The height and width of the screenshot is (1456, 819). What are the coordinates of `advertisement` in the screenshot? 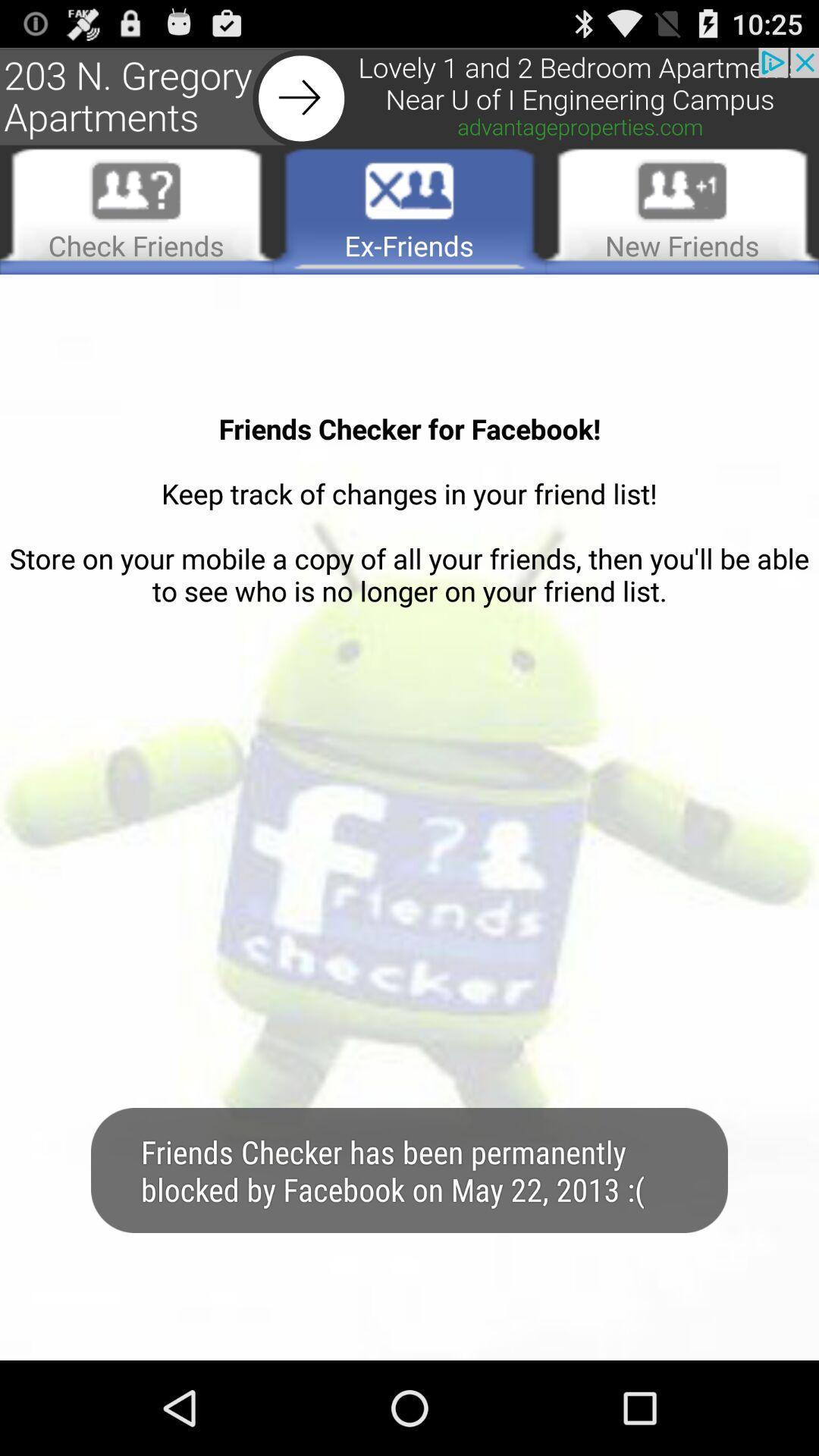 It's located at (409, 96).